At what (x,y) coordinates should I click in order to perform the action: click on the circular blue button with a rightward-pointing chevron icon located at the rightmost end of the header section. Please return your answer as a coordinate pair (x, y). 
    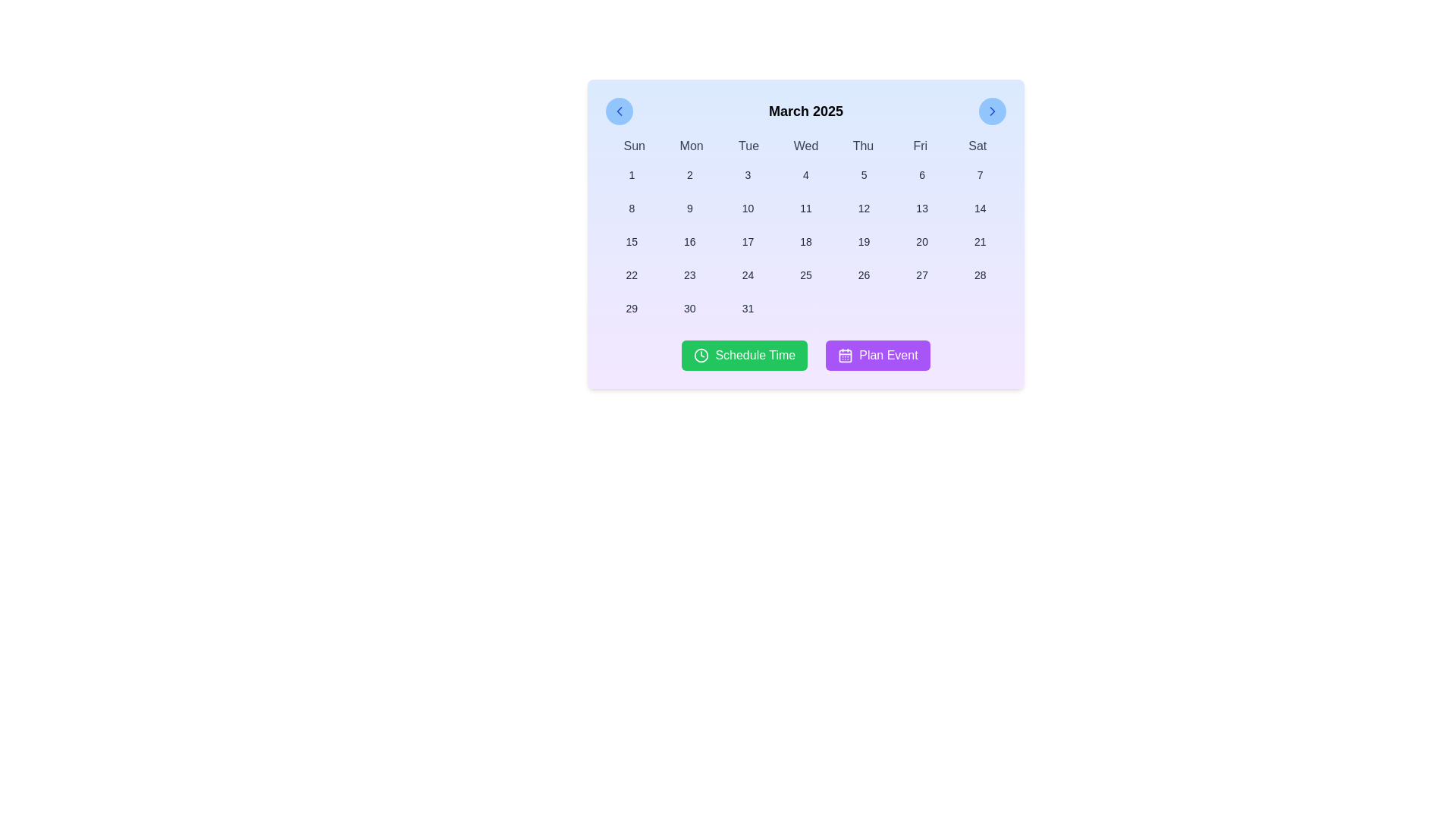
    Looking at the image, I should click on (993, 110).